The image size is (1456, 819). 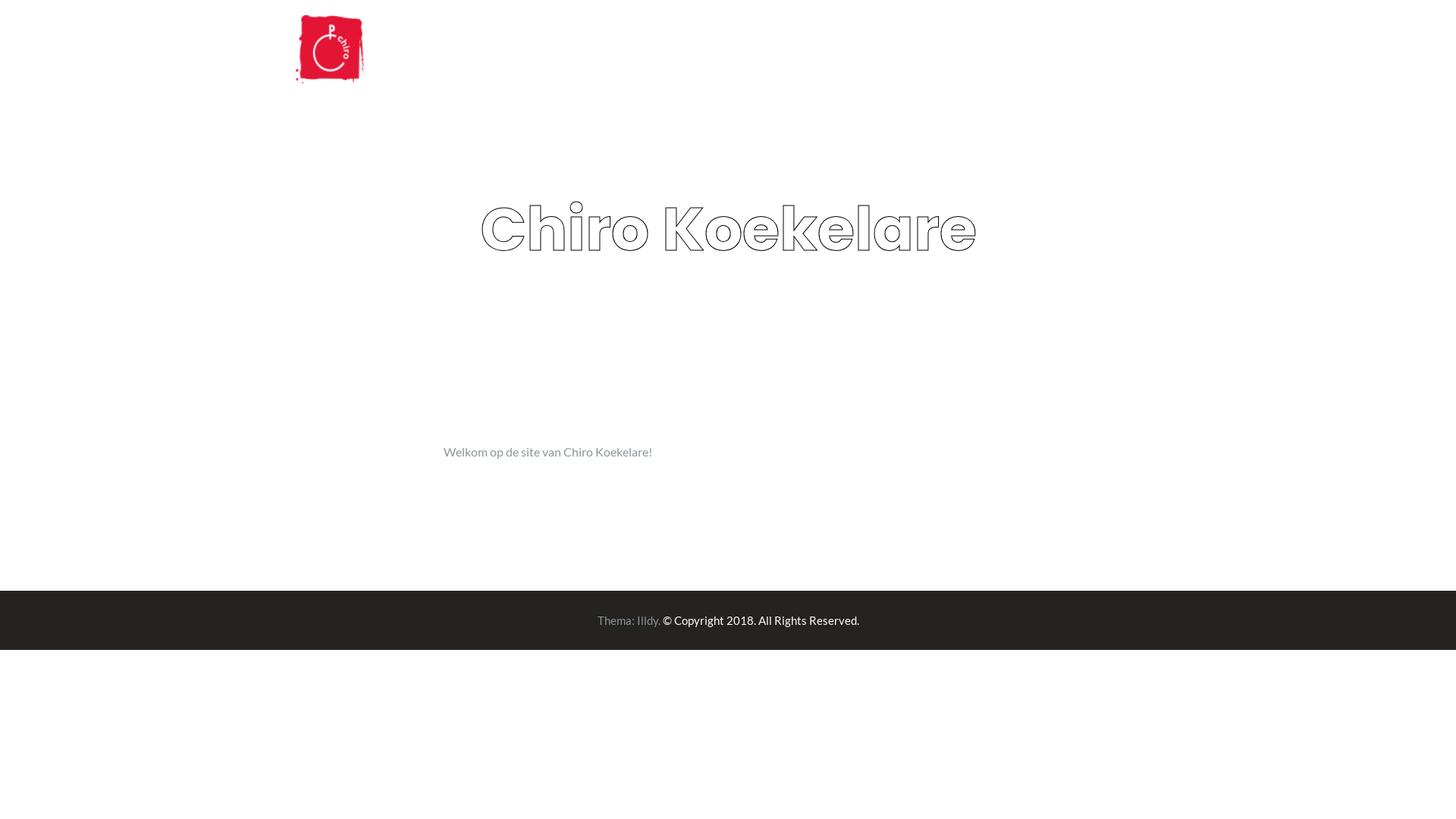 What do you see at coordinates (966, 51) in the screenshot?
I see `'Info'` at bounding box center [966, 51].